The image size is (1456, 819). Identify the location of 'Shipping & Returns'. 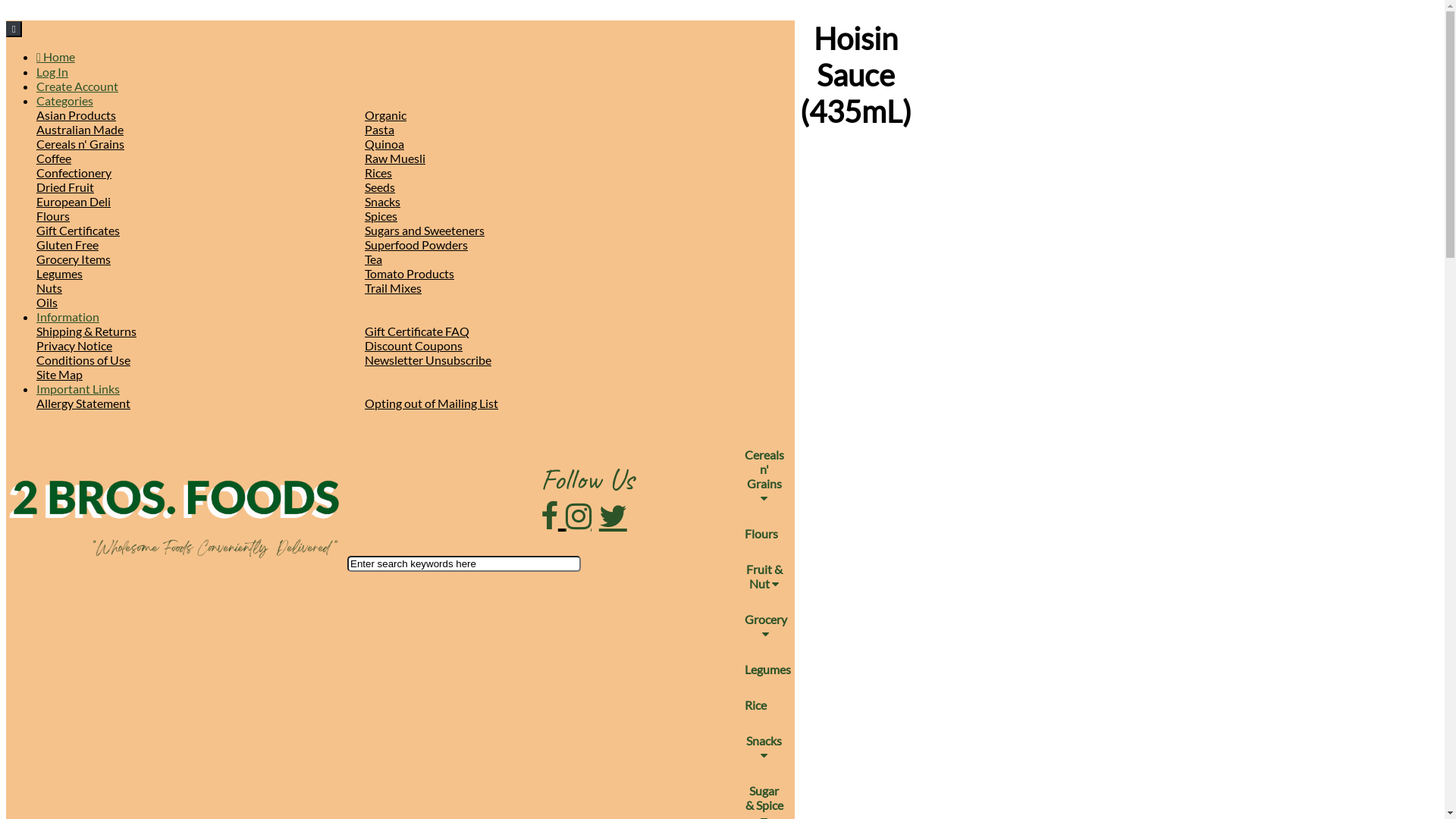
(86, 330).